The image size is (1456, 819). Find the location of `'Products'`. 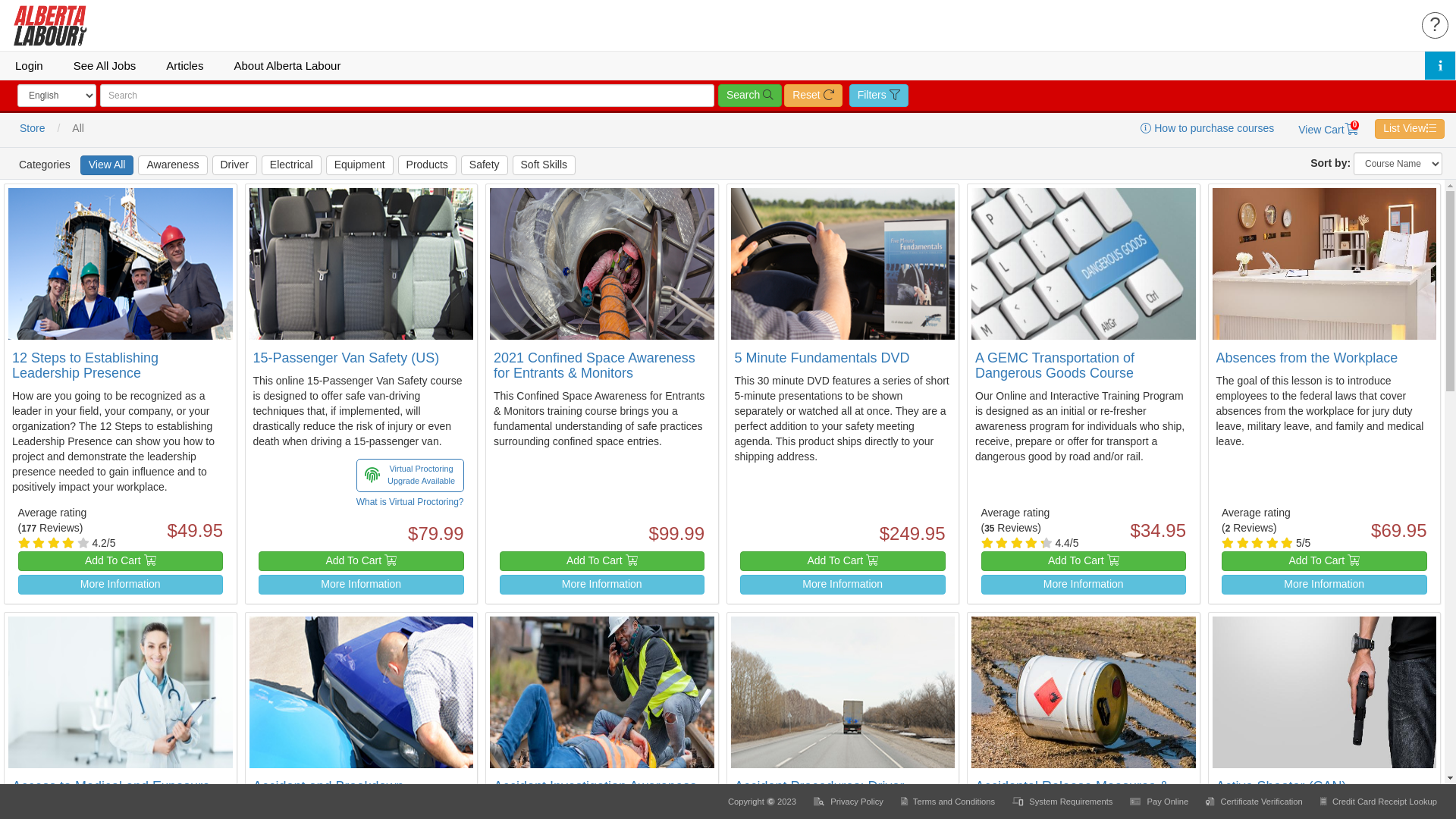

'Products' is located at coordinates (397, 165).